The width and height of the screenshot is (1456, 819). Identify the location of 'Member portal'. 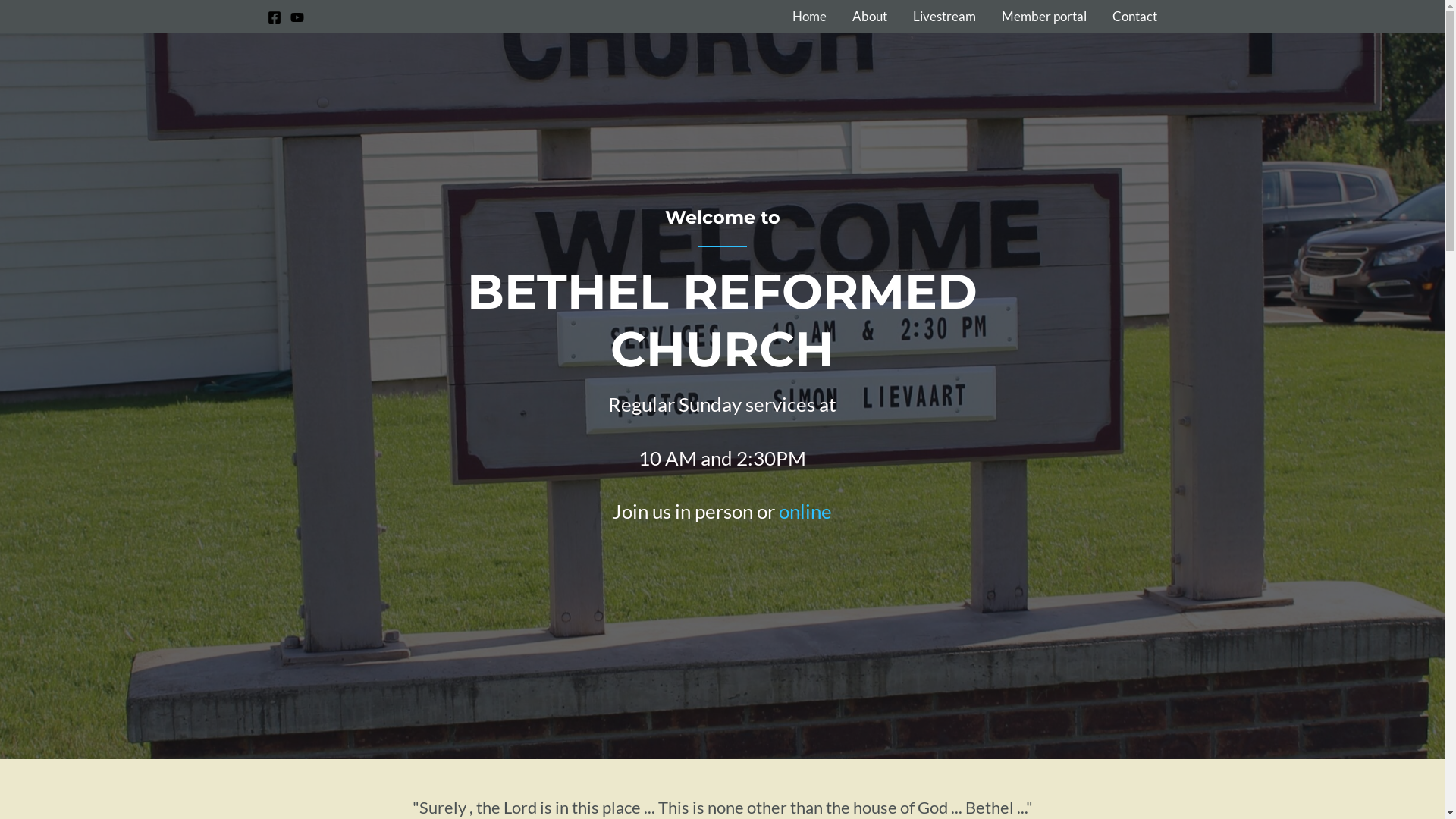
(1043, 16).